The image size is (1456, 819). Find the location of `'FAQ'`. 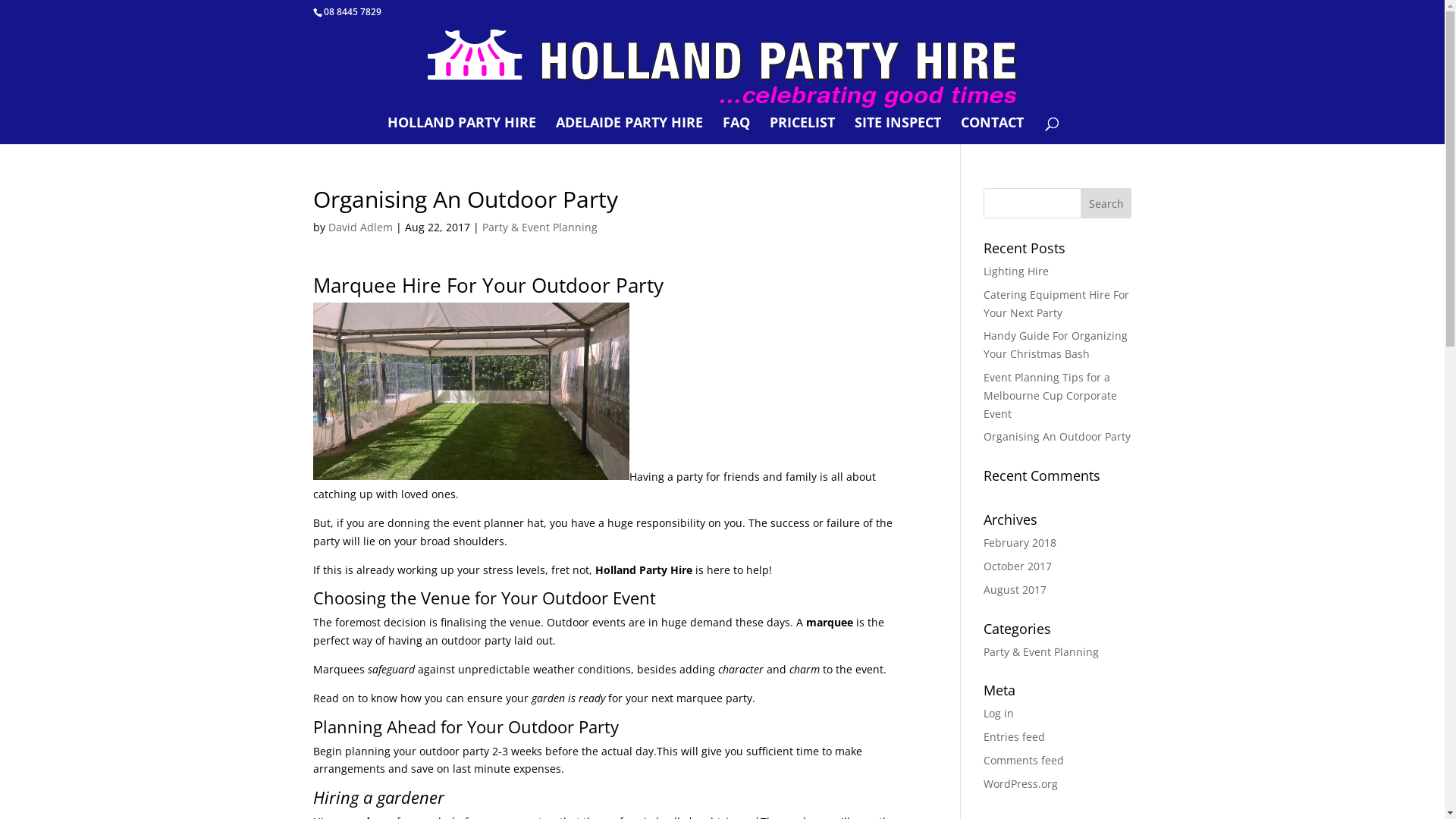

'FAQ' is located at coordinates (736, 130).